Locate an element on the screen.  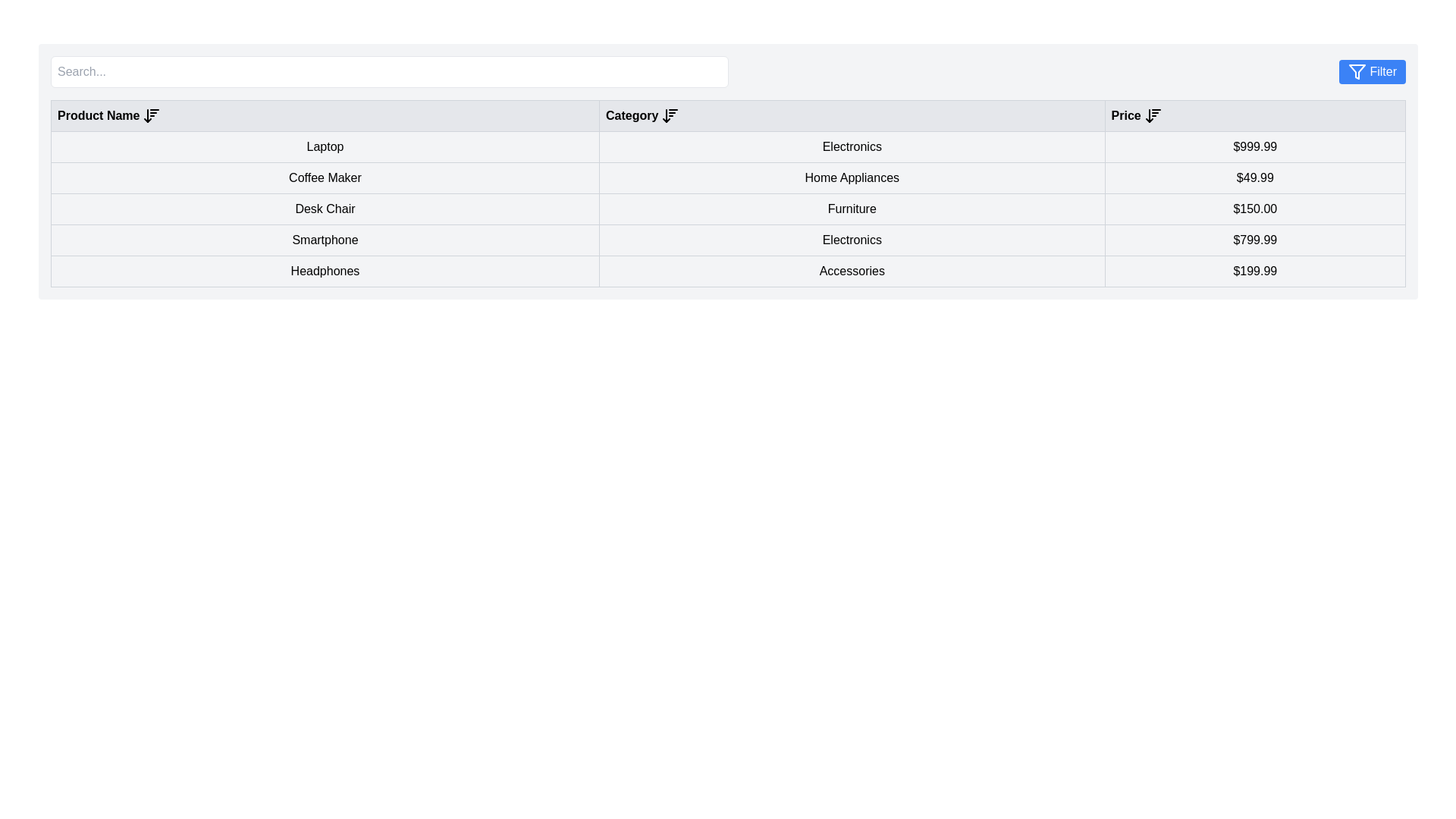
the 'Electronics' text label, which is styled with a border and is the second cell in the 'Category' column of the table, positioned between 'Laptop' and '$999.99' is located at coordinates (852, 146).